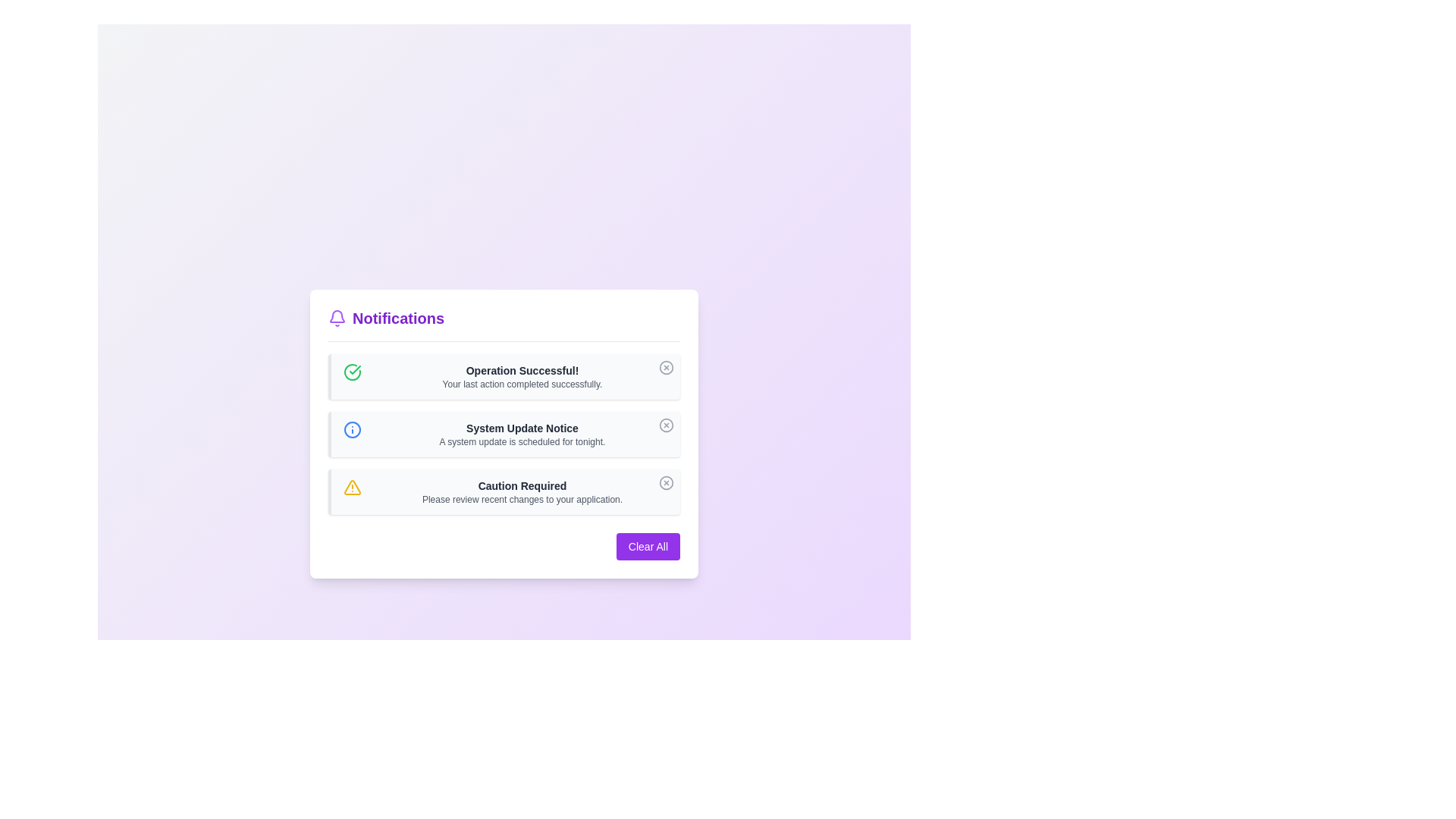 The height and width of the screenshot is (819, 1456). What do you see at coordinates (522, 370) in the screenshot?
I see `success message from the bold text label located at the top-left section of the notification area` at bounding box center [522, 370].